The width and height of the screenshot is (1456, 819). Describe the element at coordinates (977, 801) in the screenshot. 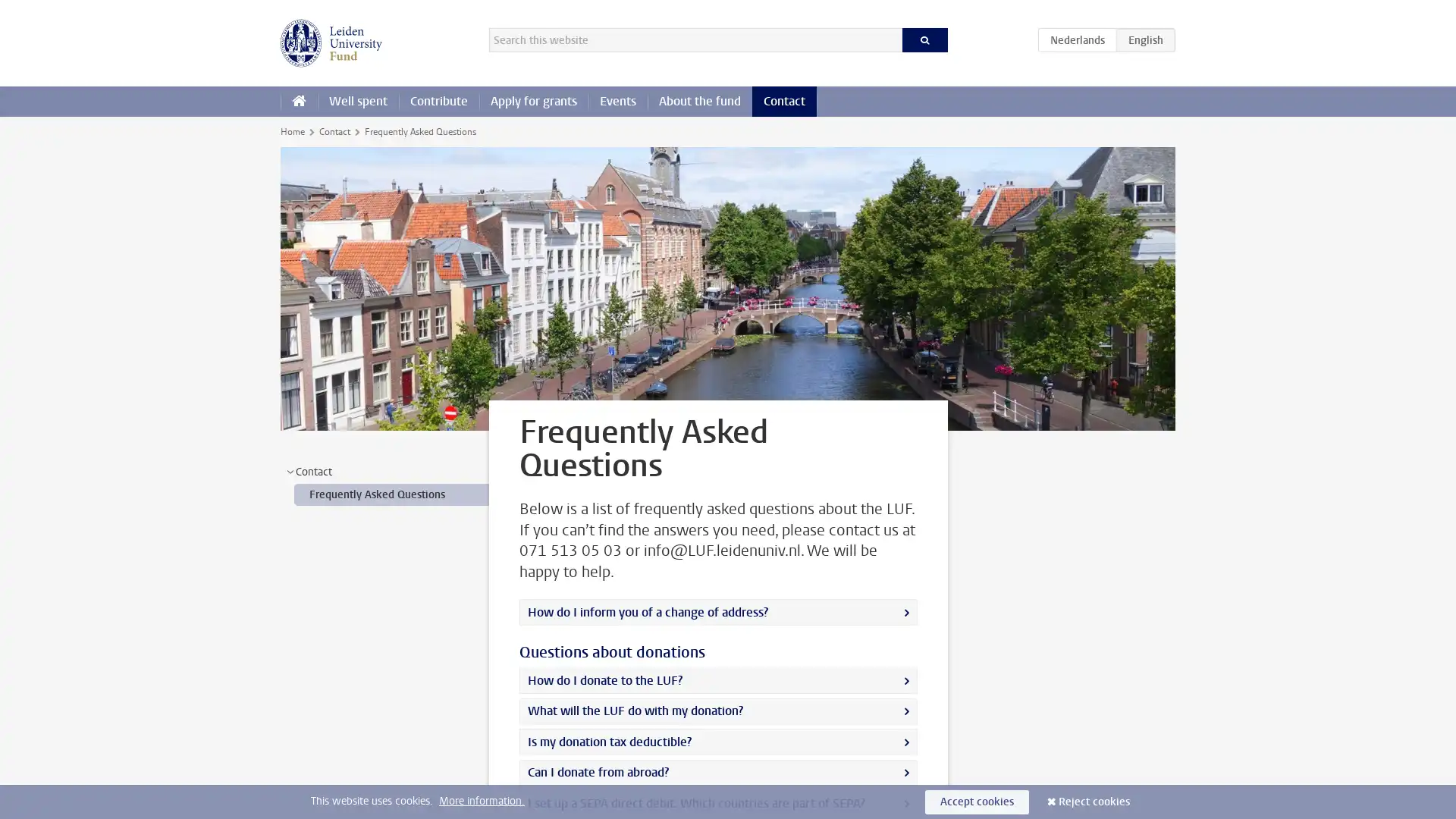

I see `Accept cookies` at that location.